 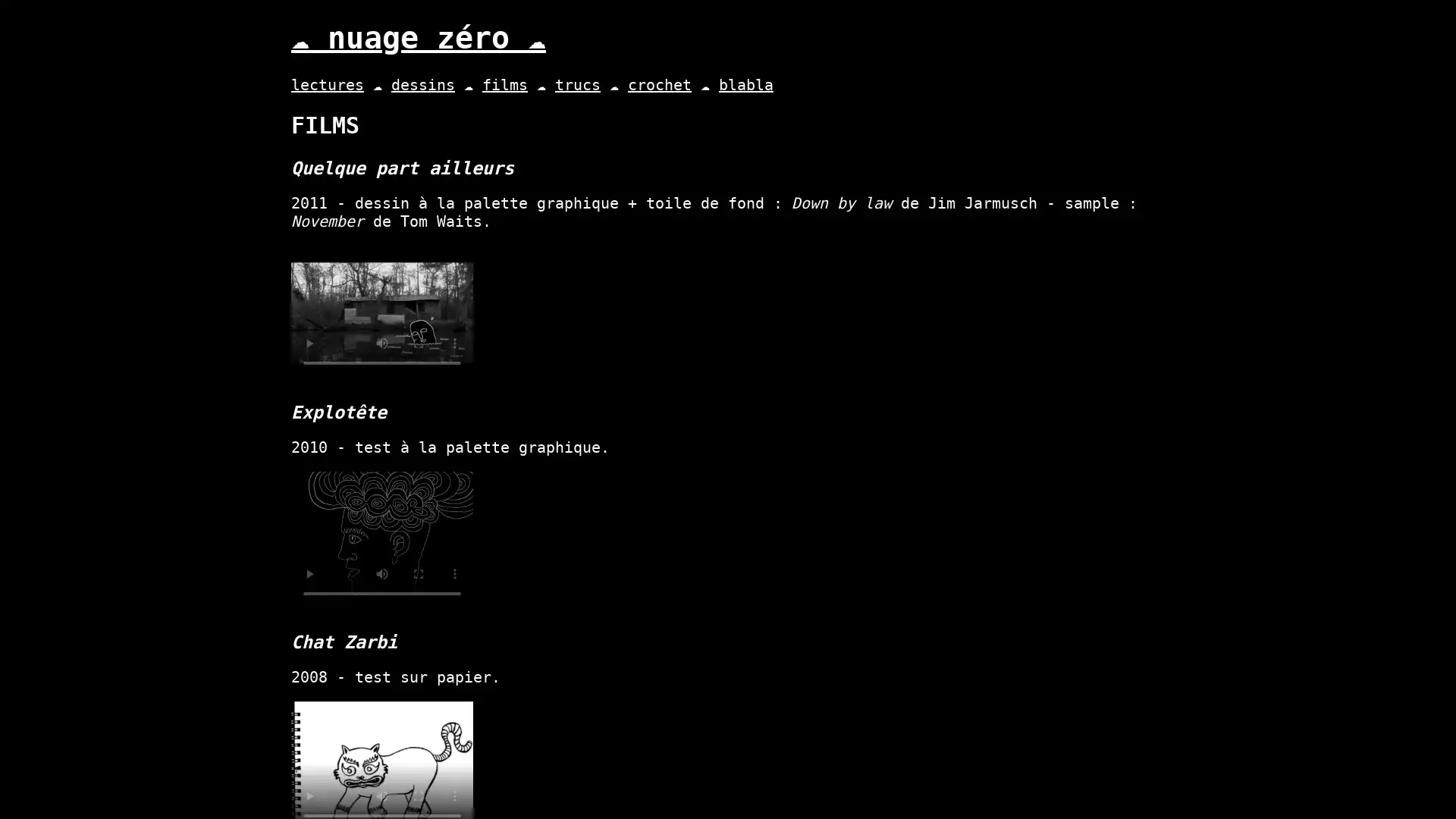 What do you see at coordinates (382, 573) in the screenshot?
I see `mute` at bounding box center [382, 573].